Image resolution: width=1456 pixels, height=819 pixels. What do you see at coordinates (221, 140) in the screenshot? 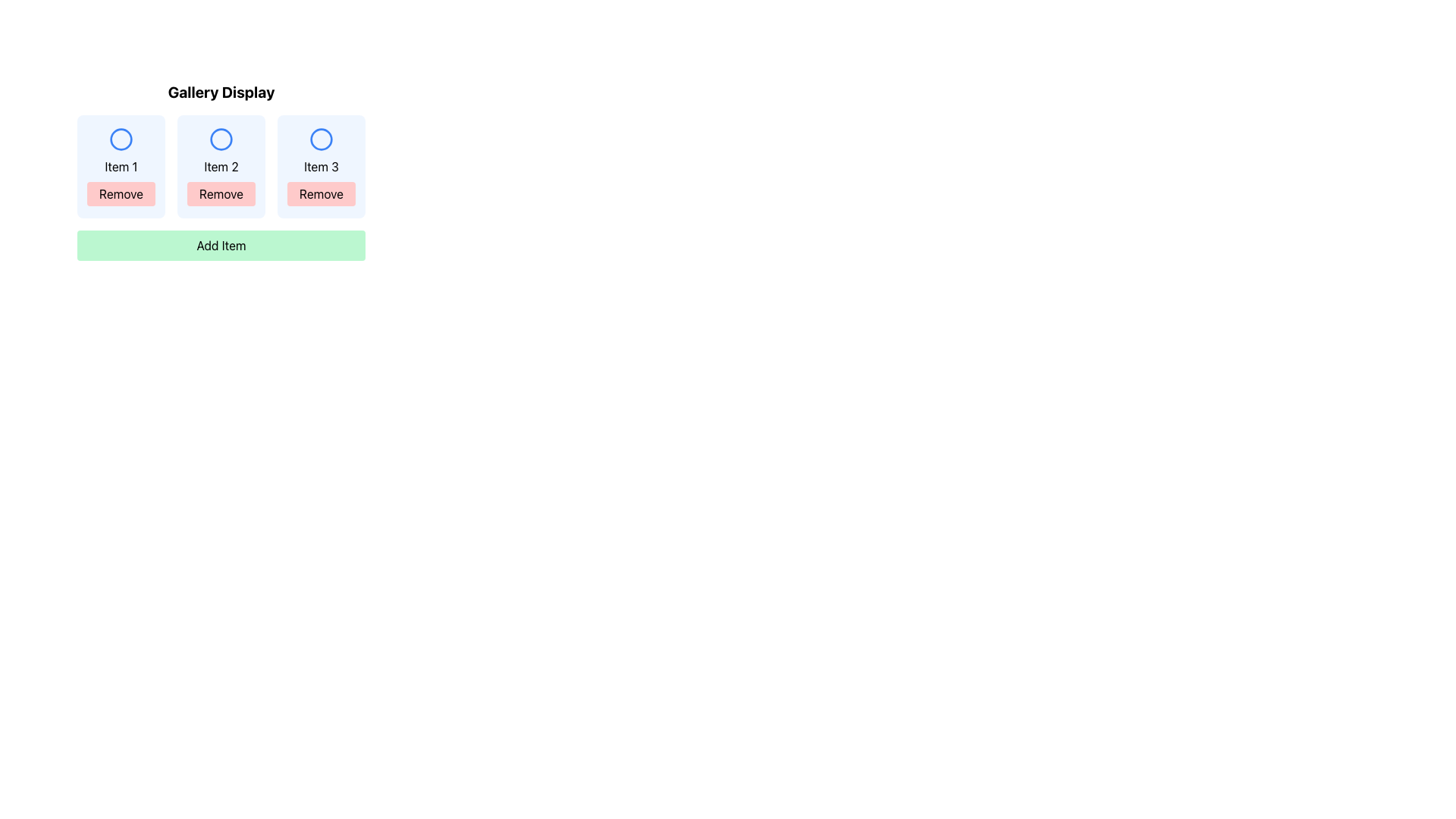
I see `the blue-bordered circular icon at the top-center of the 'Item 2' card` at bounding box center [221, 140].